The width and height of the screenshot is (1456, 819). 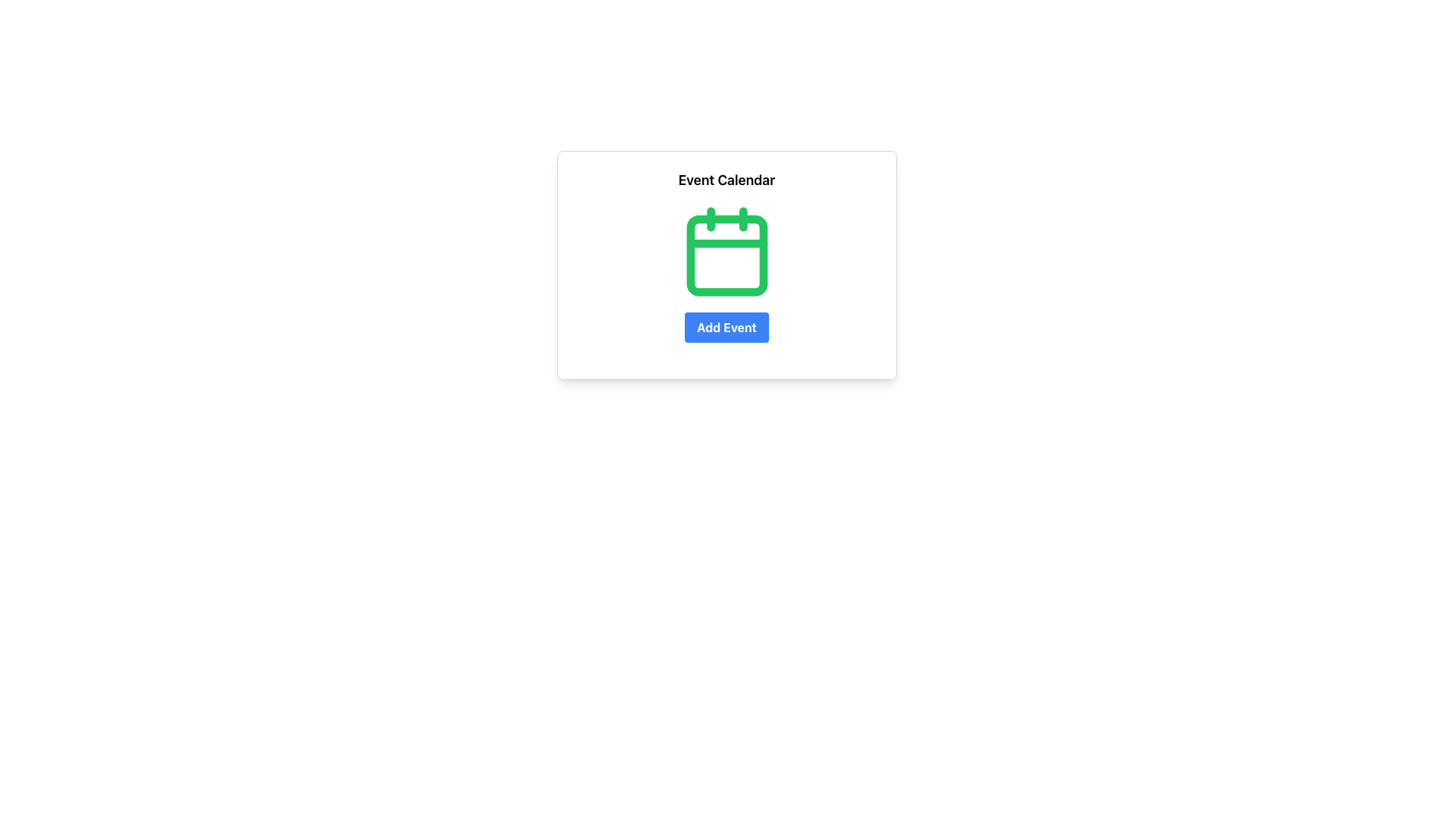 I want to click on the calendar icon with a green border that is centrally aligned below 'Event Calendar' and above the 'Add Event' button, so click(x=726, y=250).